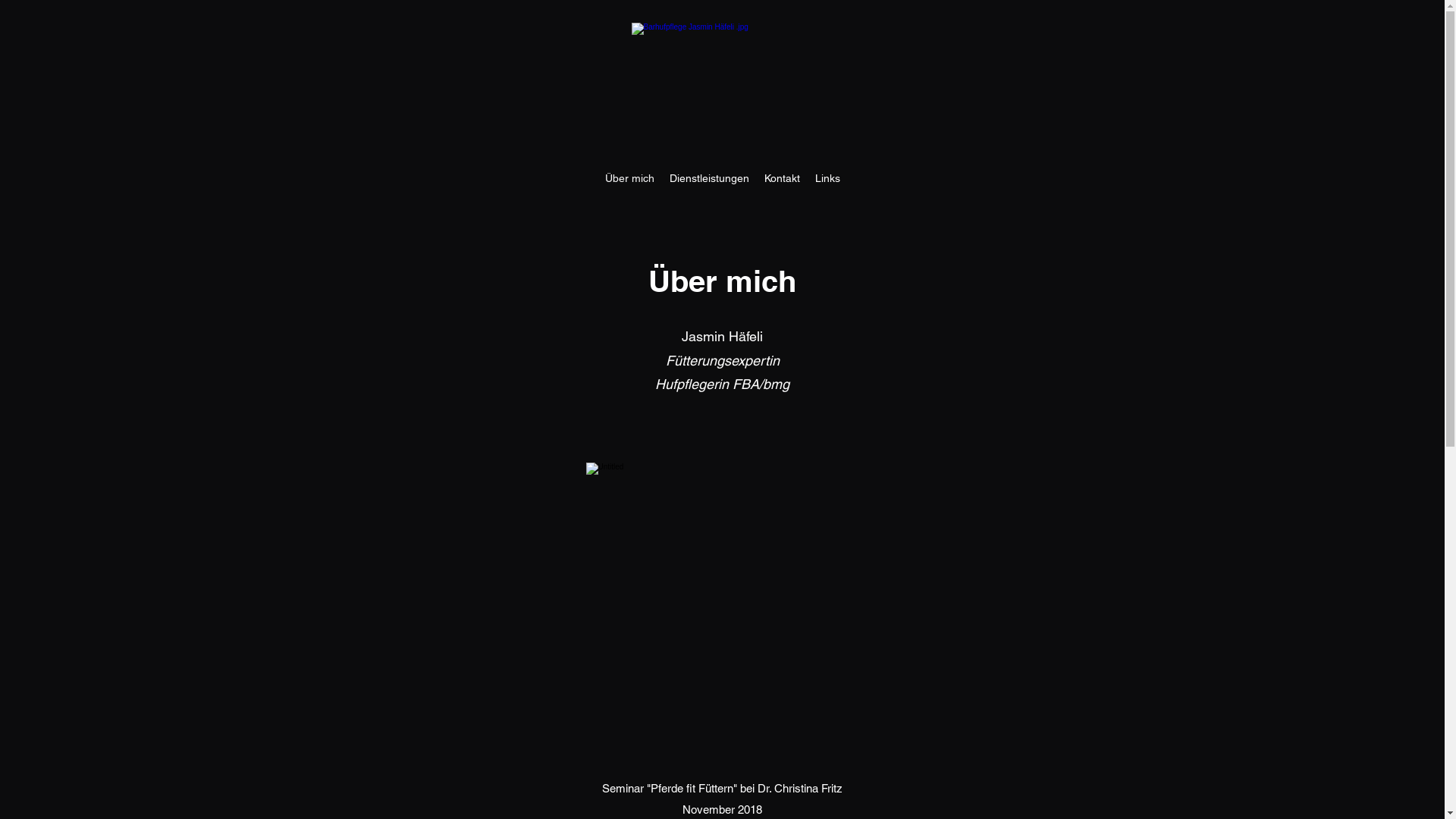  What do you see at coordinates (661, 177) in the screenshot?
I see `'Dienstleistungen'` at bounding box center [661, 177].